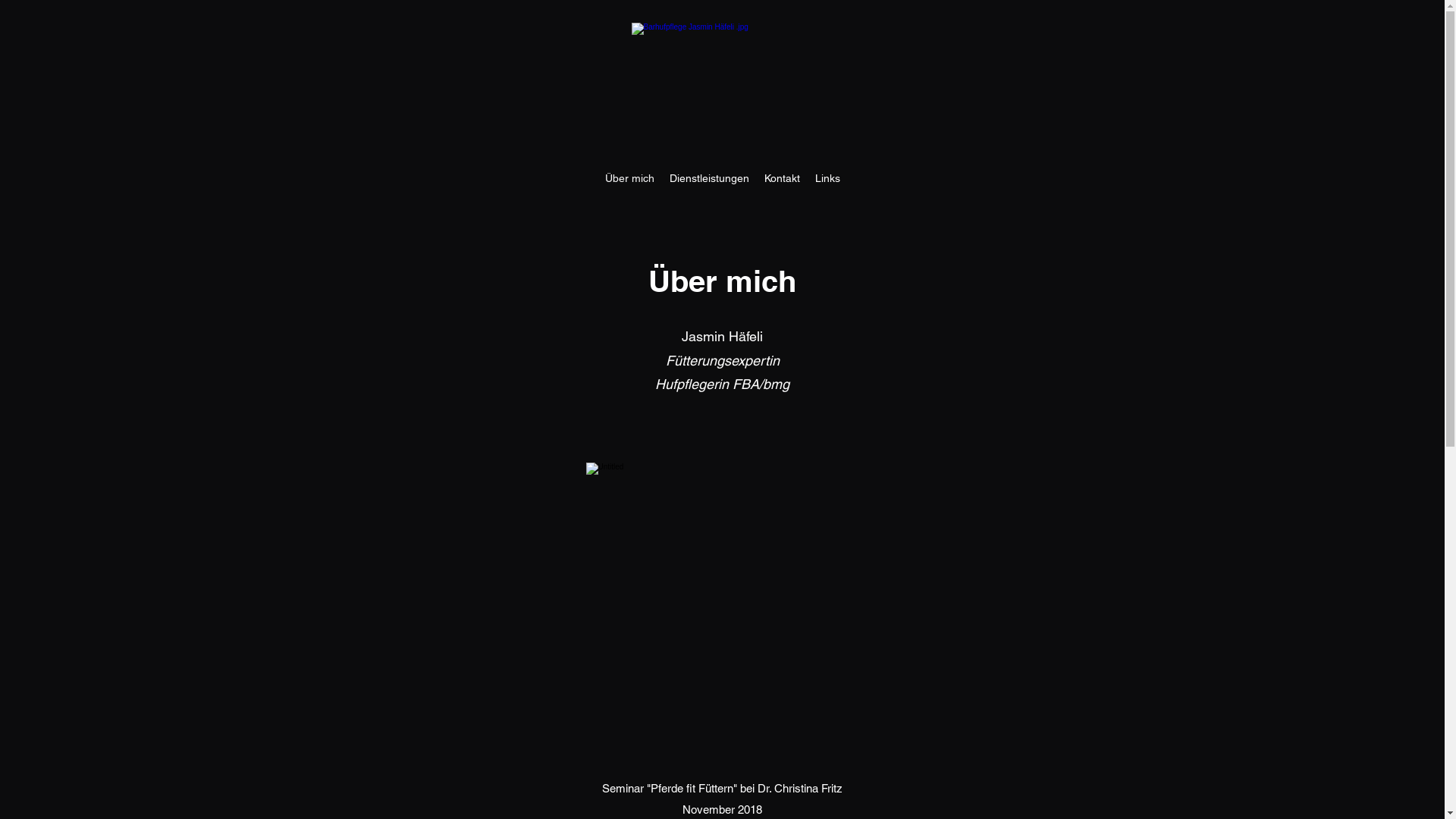  What do you see at coordinates (661, 177) in the screenshot?
I see `'Dienstleistungen'` at bounding box center [661, 177].